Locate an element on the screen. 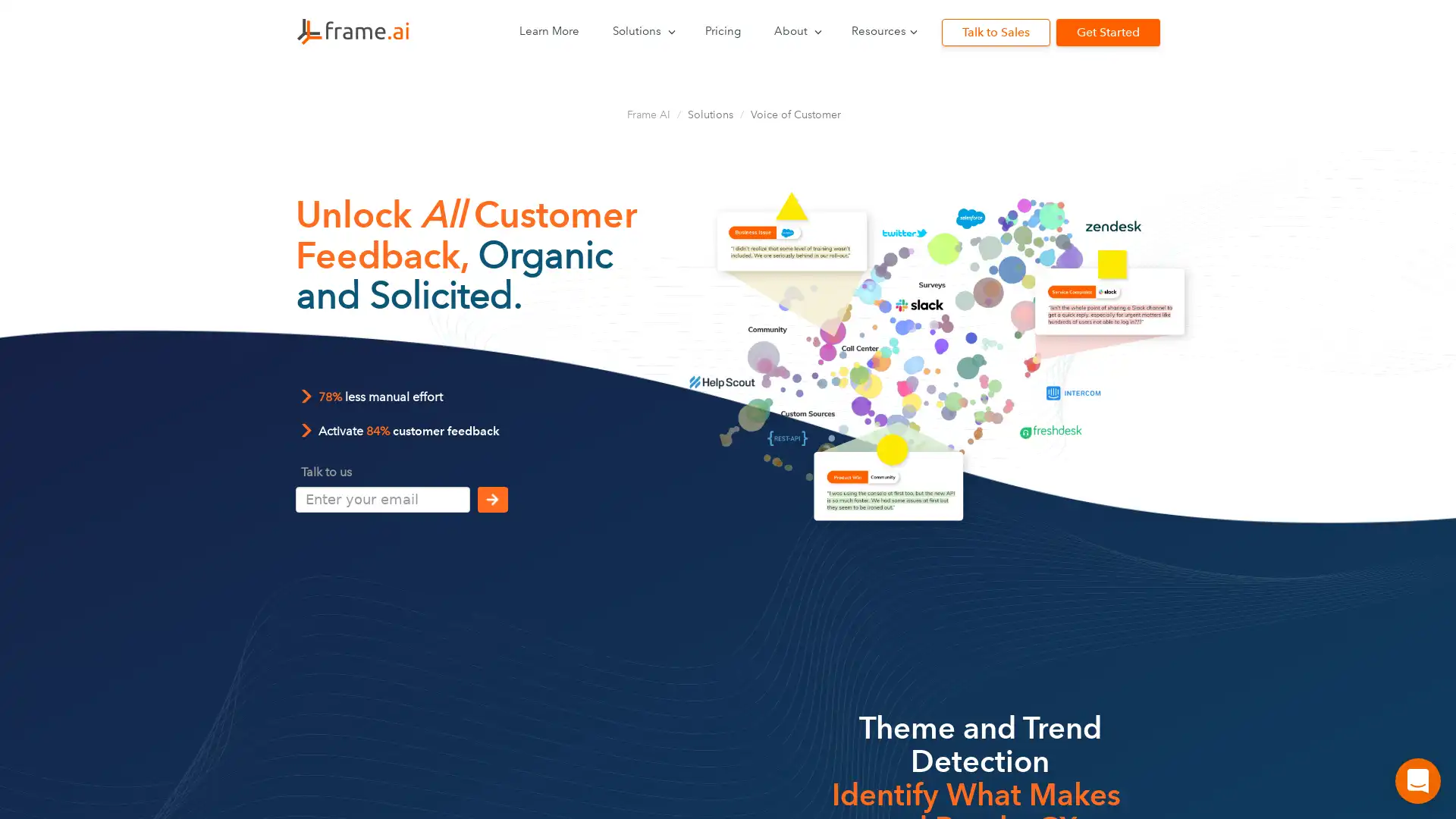 Image resolution: width=1456 pixels, height=819 pixels. Open Intercom Messenger is located at coordinates (1417, 780).